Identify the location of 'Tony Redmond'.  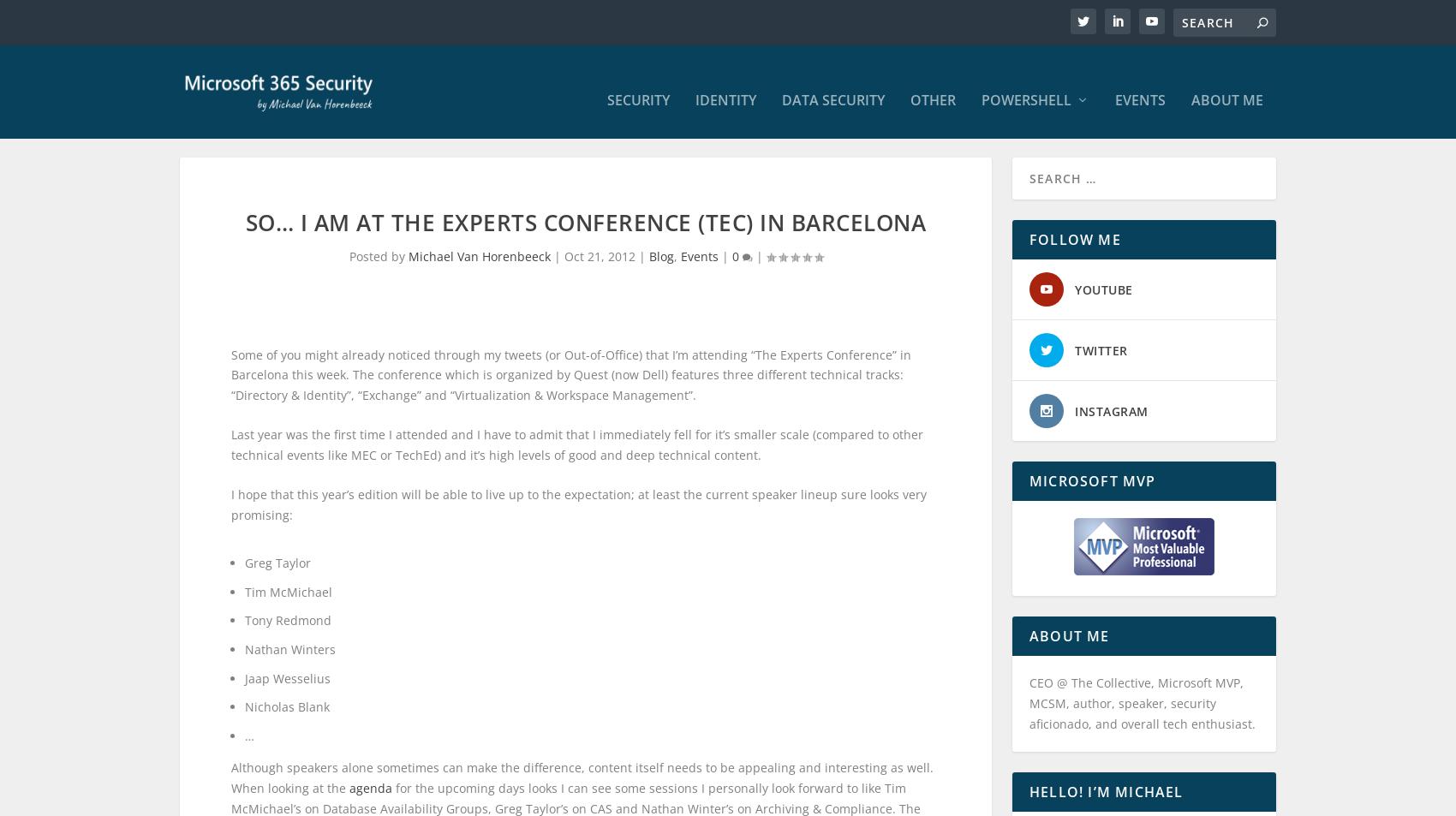
(287, 636).